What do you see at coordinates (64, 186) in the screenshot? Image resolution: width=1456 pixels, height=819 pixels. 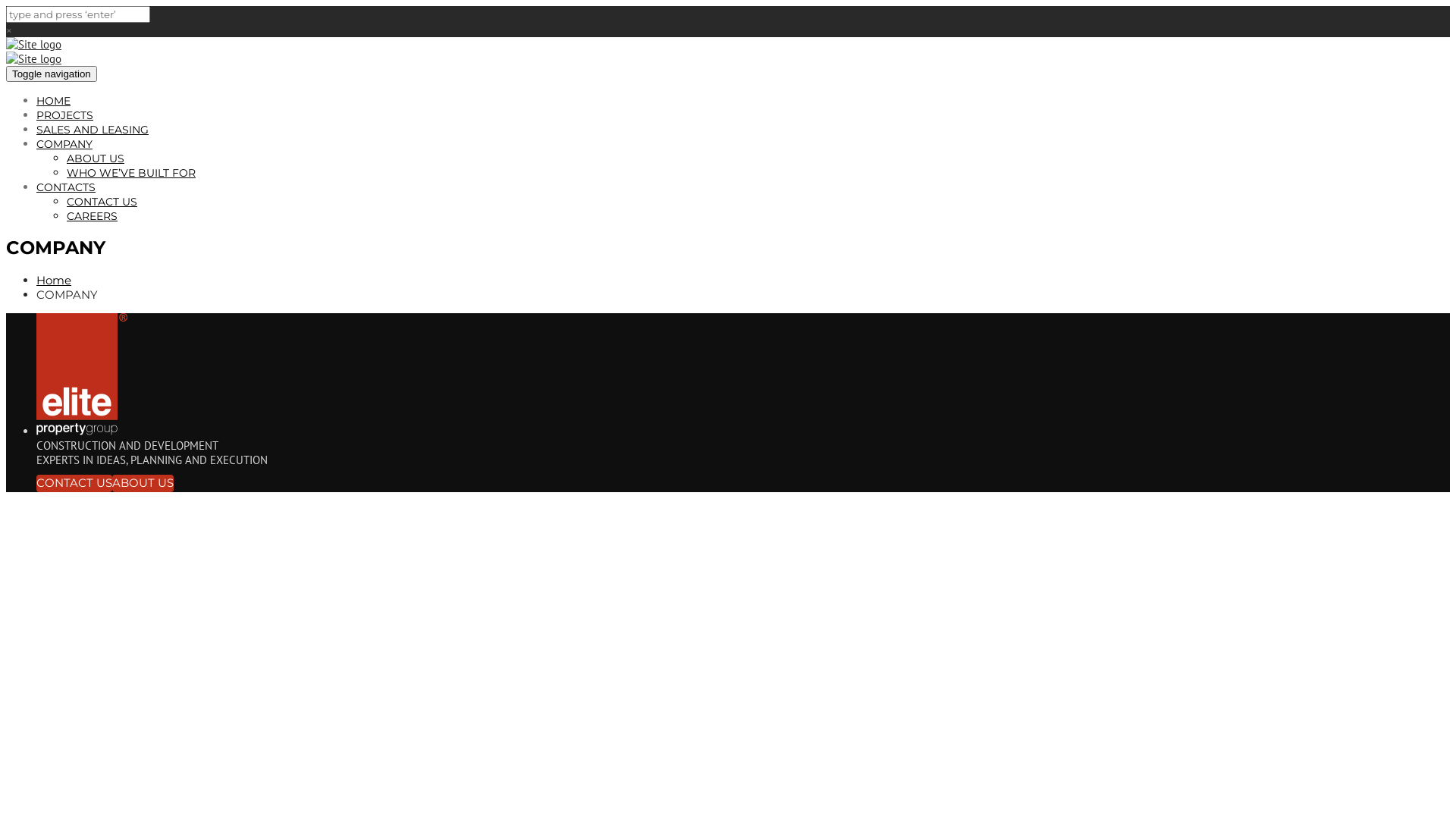 I see `'CONTACTS'` at bounding box center [64, 186].